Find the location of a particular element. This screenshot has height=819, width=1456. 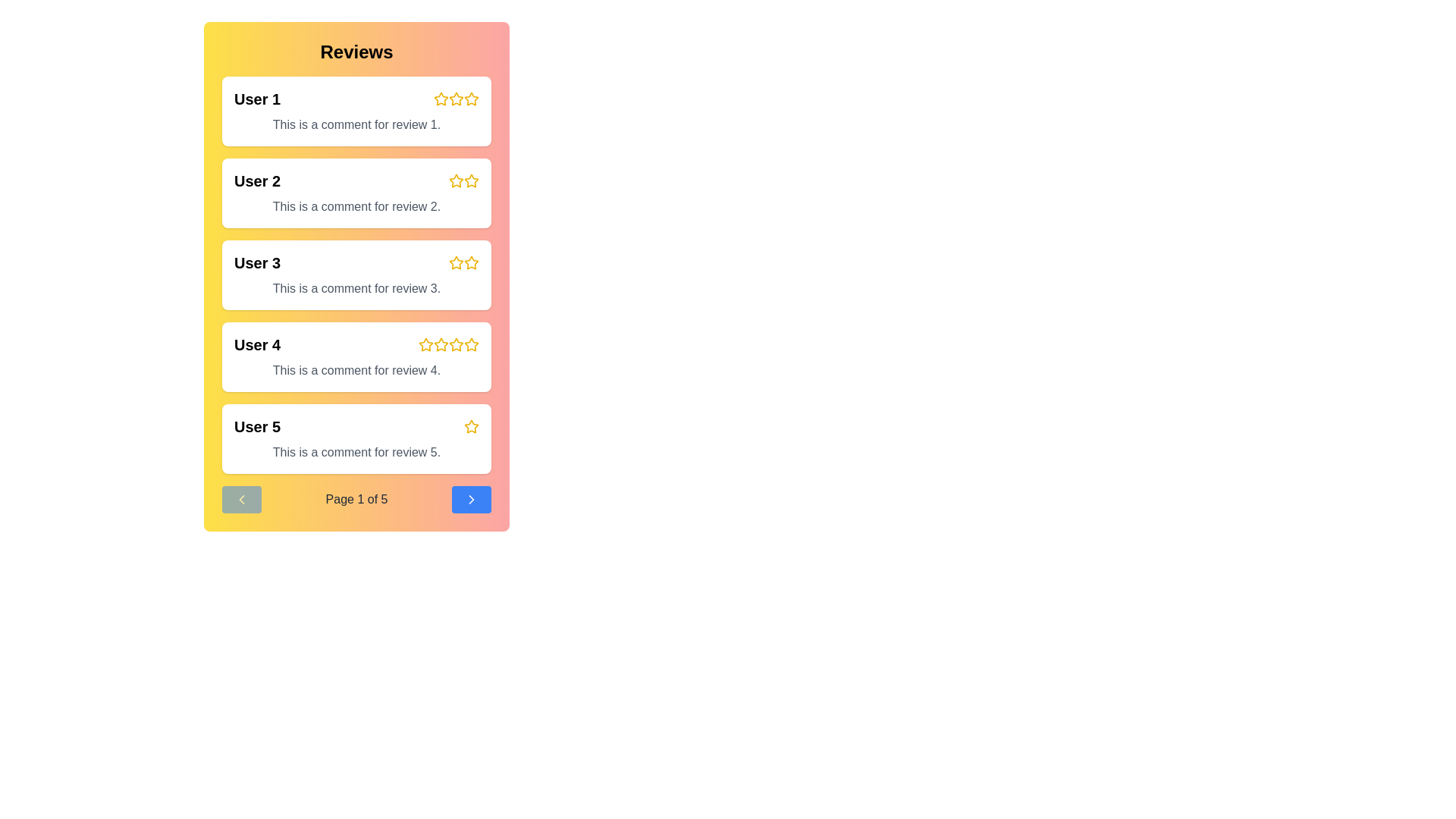

the static text label displaying 'This is a comment for review 2.' which is positioned below the username and rating stars for 'User 2.' is located at coordinates (356, 207).